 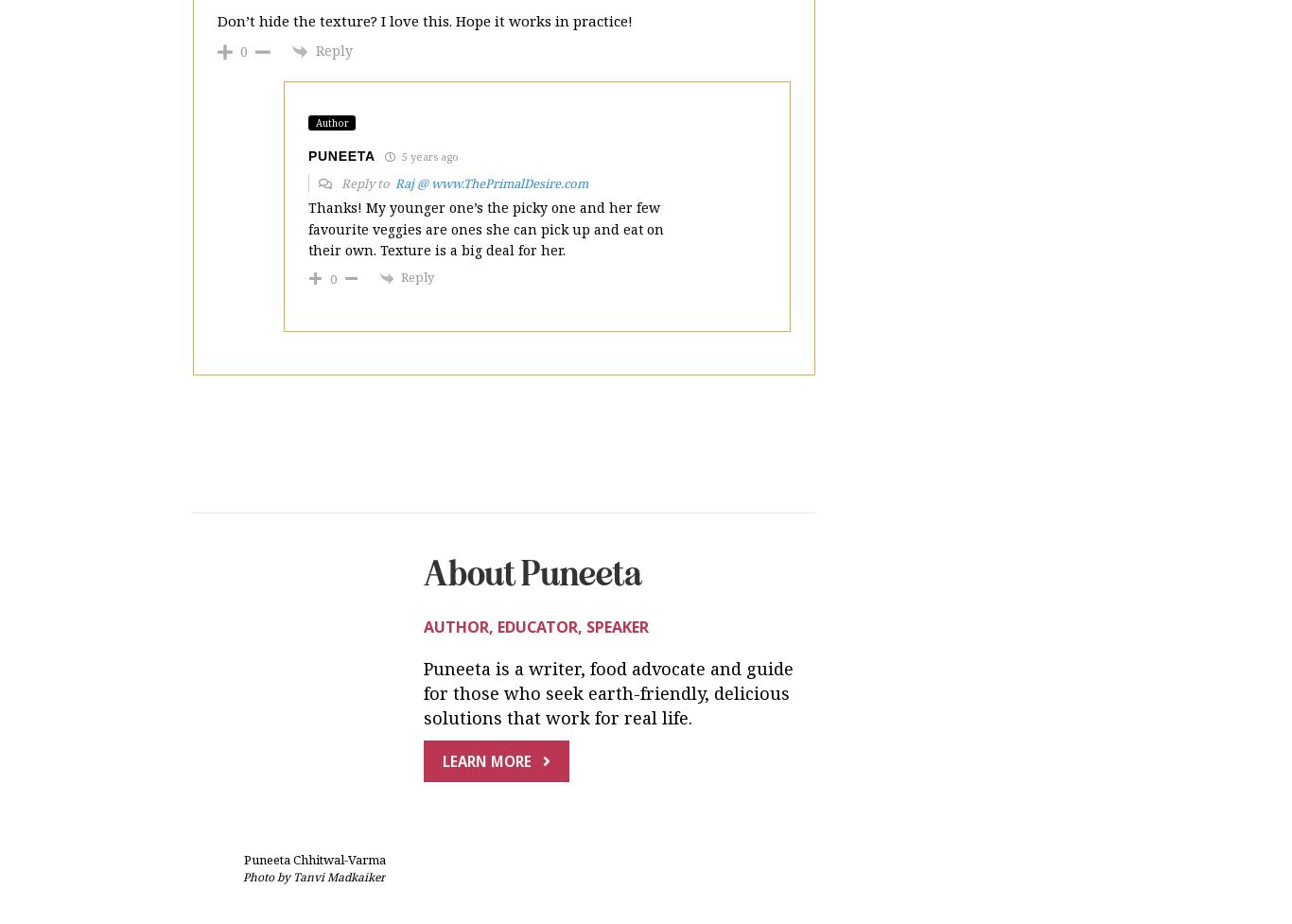 I want to click on 'Author, Educator, Speaker', so click(x=423, y=468).